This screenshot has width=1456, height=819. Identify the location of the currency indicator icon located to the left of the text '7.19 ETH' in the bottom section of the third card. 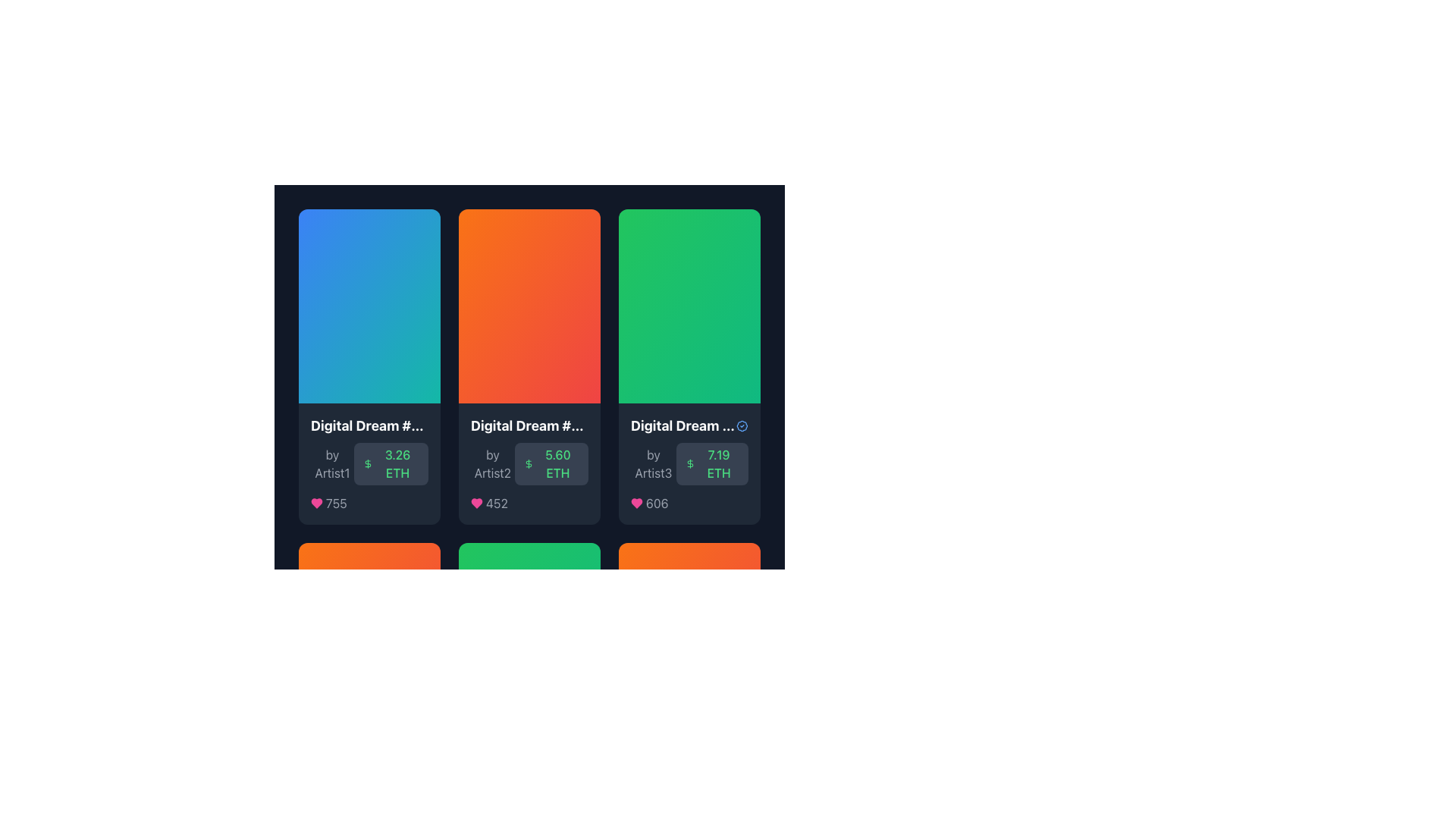
(689, 463).